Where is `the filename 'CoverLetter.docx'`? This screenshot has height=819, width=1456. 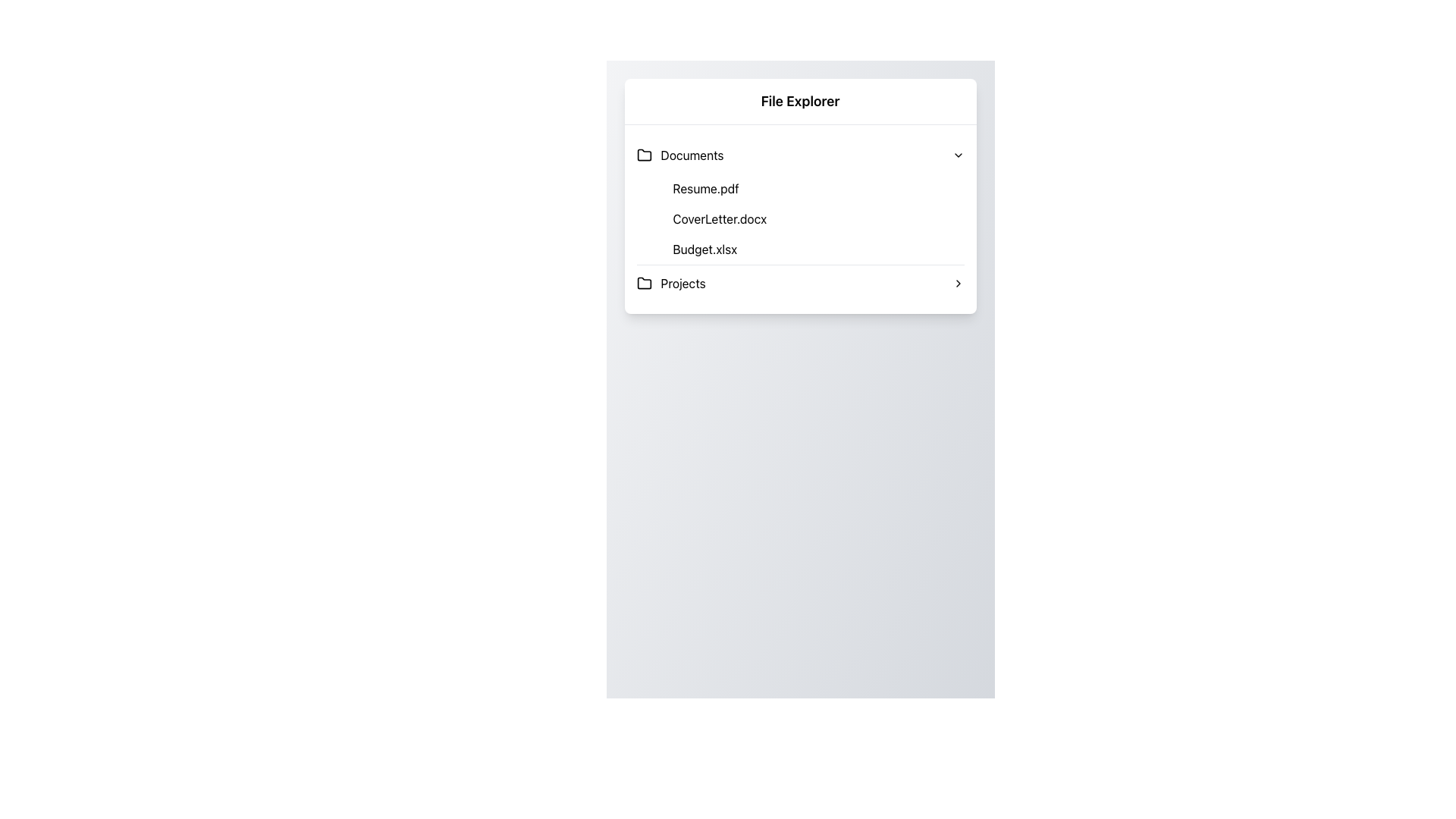 the filename 'CoverLetter.docx' is located at coordinates (799, 219).